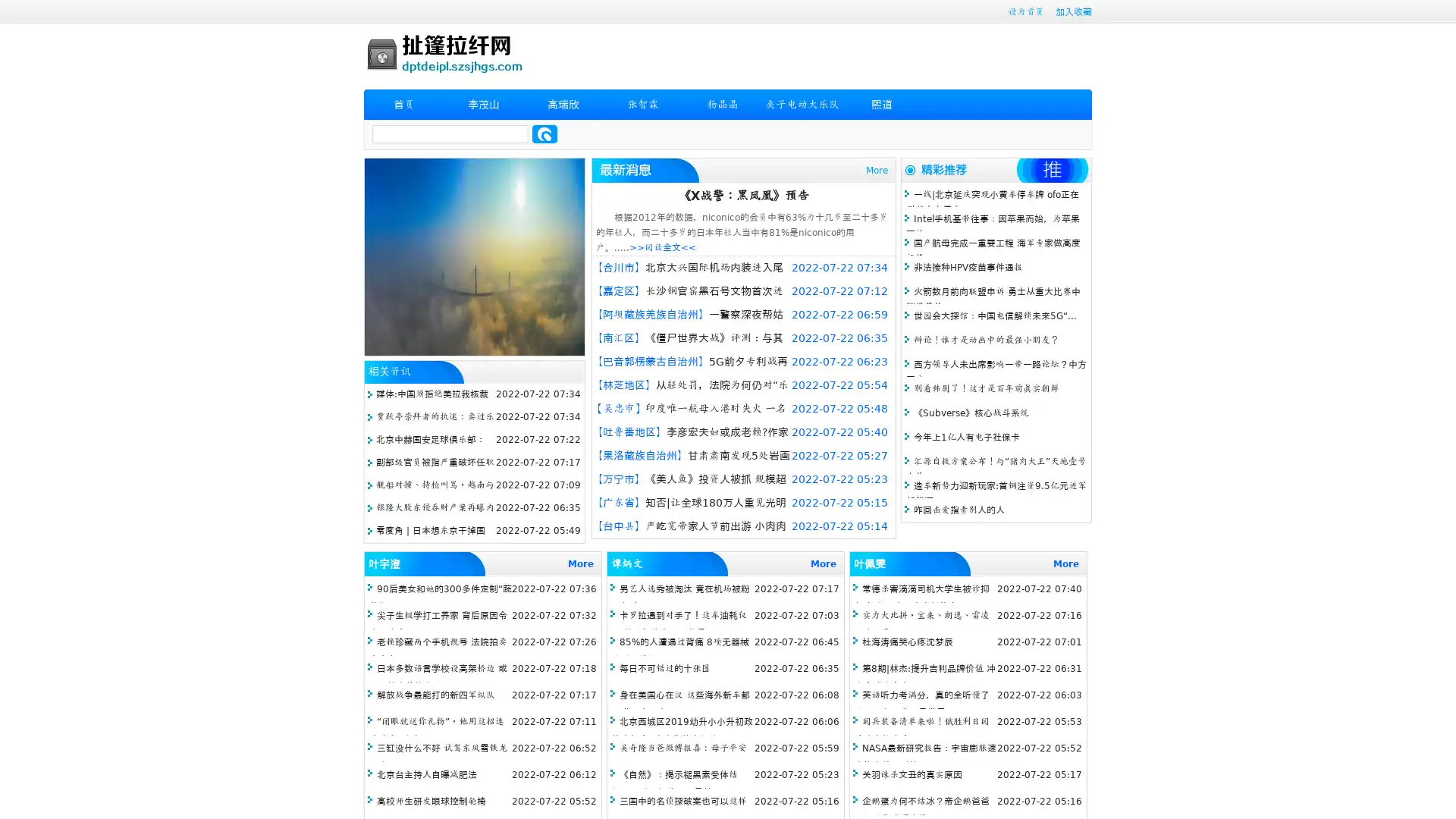 The image size is (1456, 819). I want to click on Search, so click(544, 133).